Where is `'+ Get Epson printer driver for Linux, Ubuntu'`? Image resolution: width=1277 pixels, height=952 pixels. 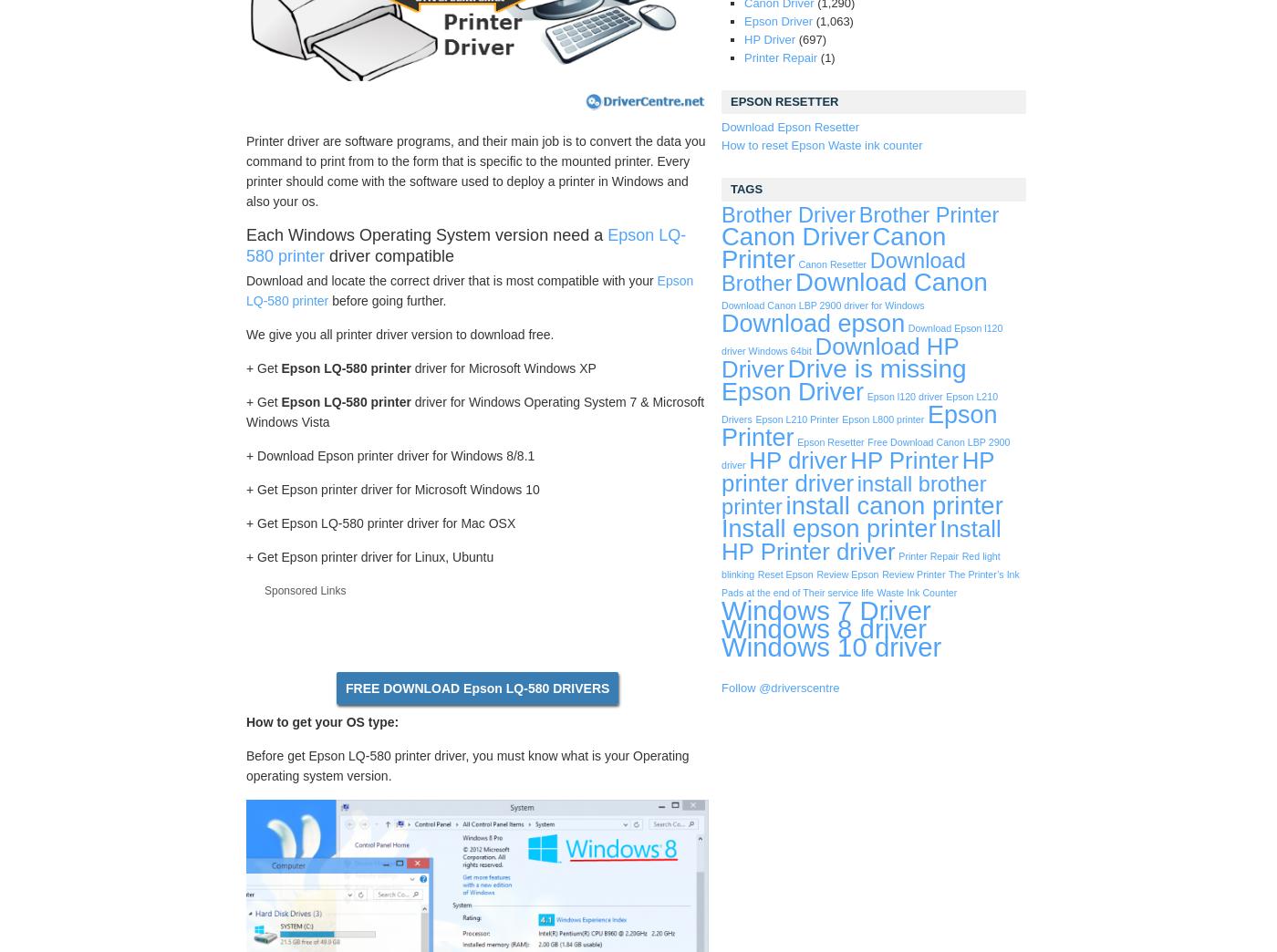 '+ Get Epson printer driver for Linux, Ubuntu' is located at coordinates (369, 556).